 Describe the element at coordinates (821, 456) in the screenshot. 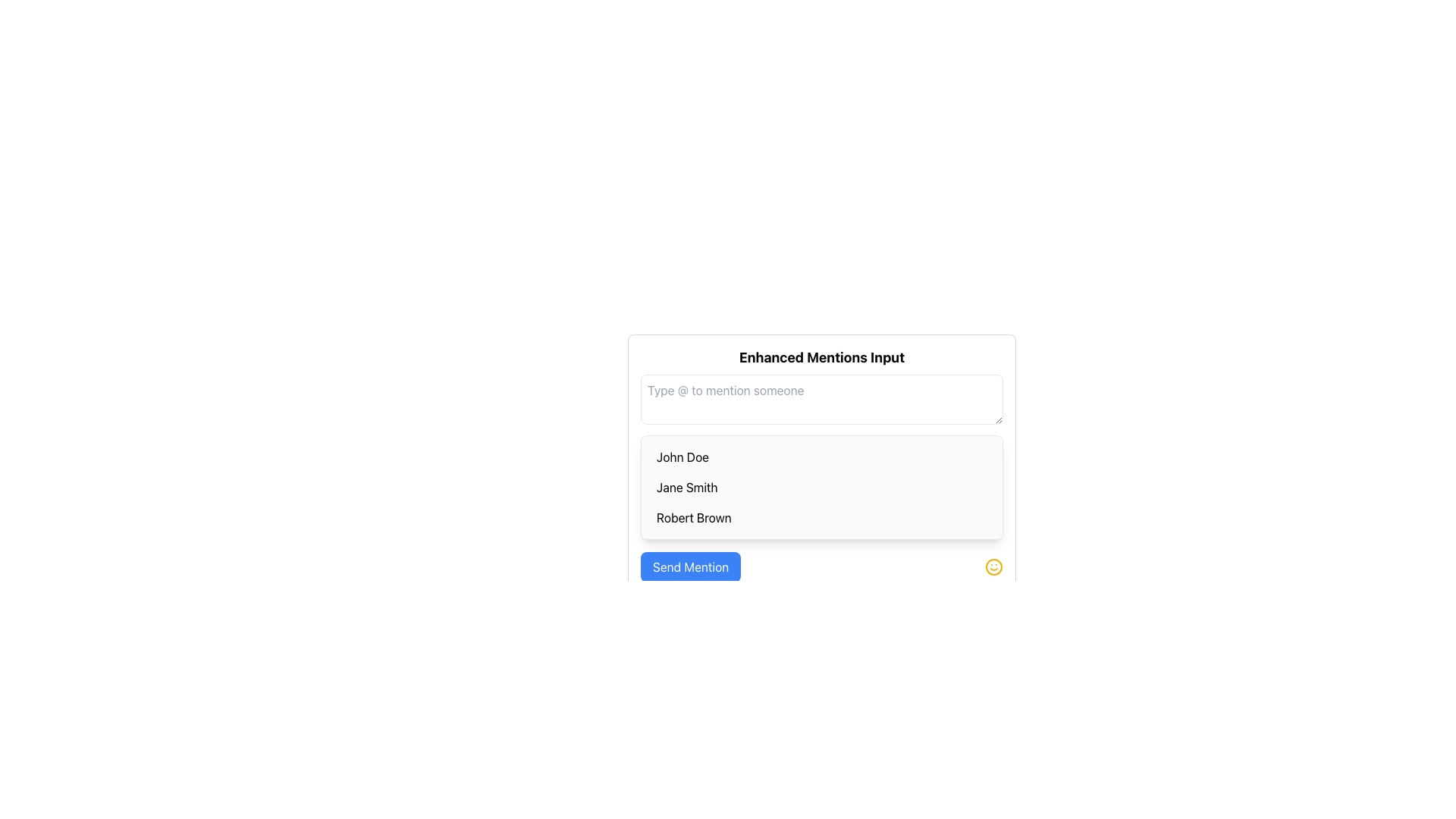

I see `the first entry in the suggestion dropdown list beneath the 'Enhanced Mentions Input' input field` at that location.